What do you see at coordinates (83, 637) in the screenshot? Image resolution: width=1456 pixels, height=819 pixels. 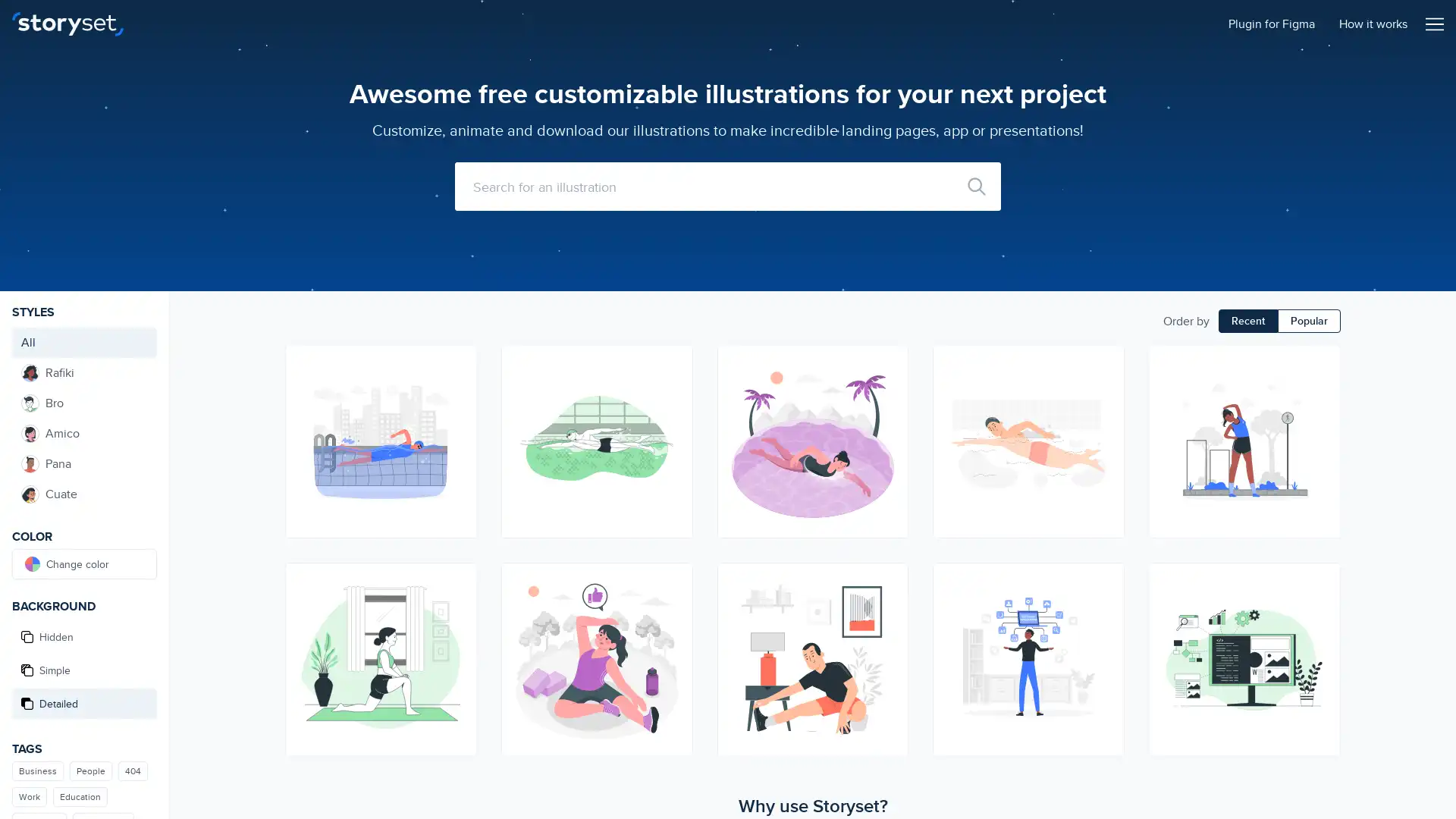 I see `Hidden` at bounding box center [83, 637].